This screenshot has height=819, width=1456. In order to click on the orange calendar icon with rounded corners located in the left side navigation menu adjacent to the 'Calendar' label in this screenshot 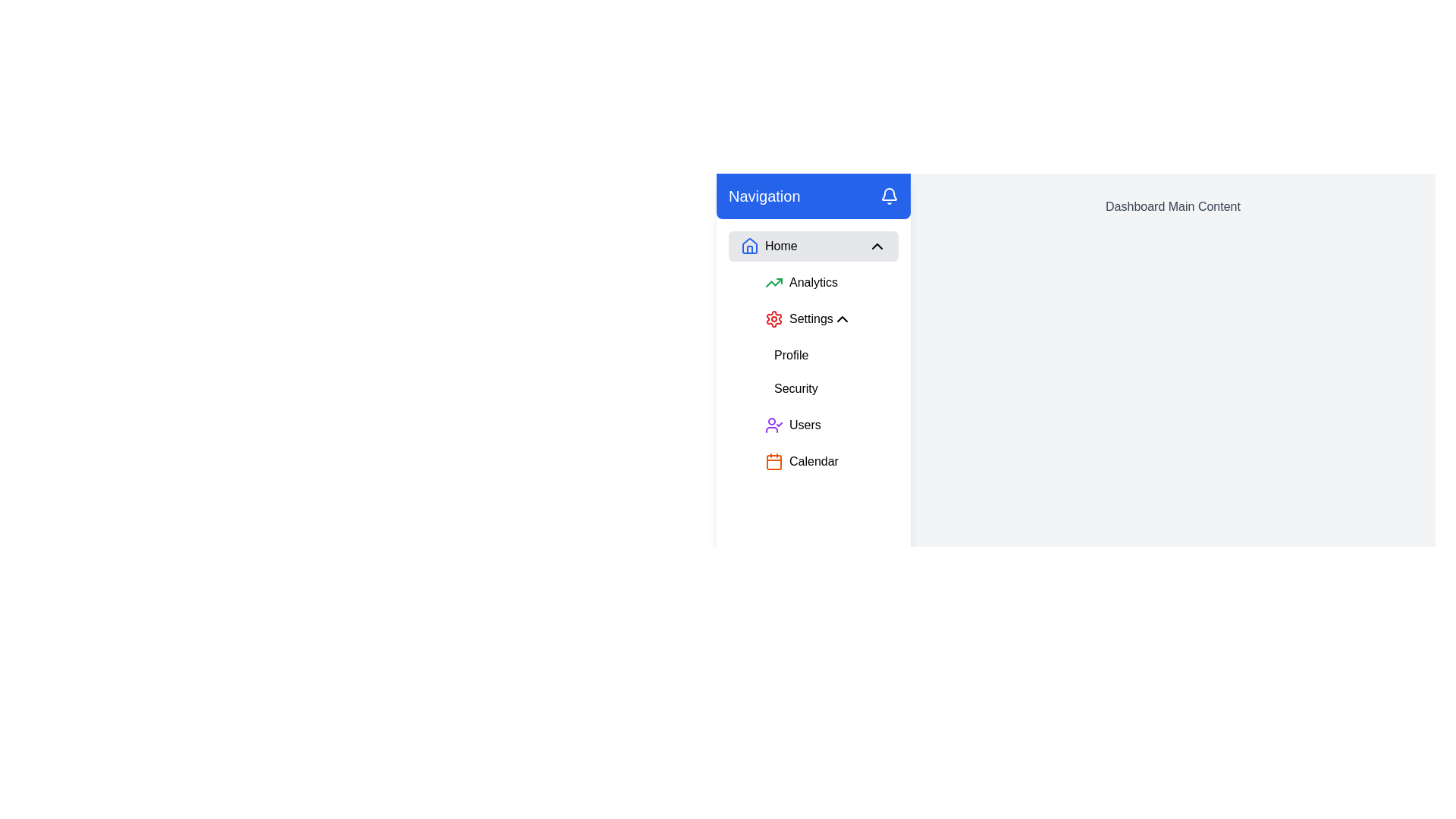, I will do `click(774, 461)`.